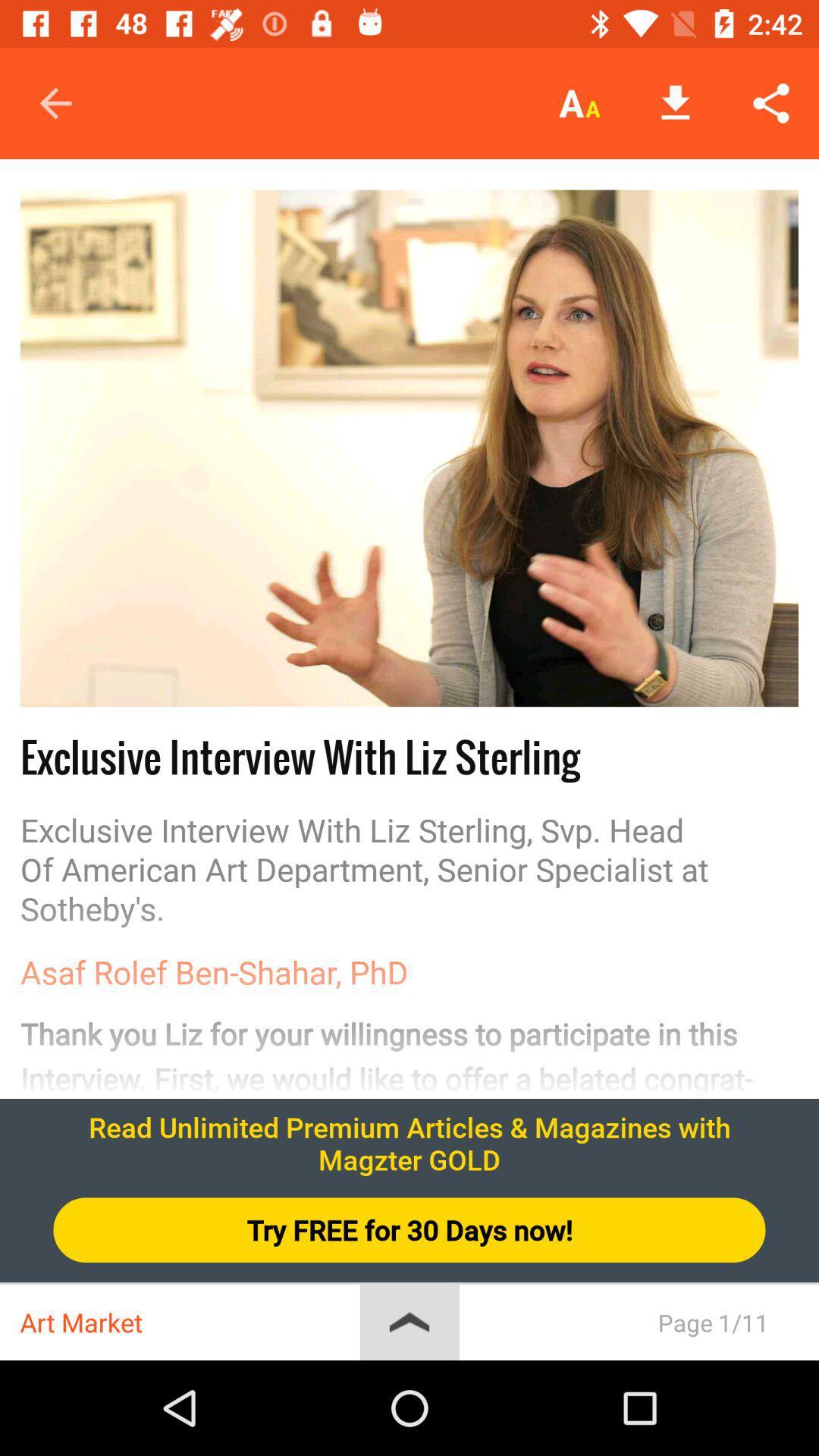 Image resolution: width=819 pixels, height=1456 pixels. Describe the element at coordinates (55, 102) in the screenshot. I see `the icon at the top left corner` at that location.